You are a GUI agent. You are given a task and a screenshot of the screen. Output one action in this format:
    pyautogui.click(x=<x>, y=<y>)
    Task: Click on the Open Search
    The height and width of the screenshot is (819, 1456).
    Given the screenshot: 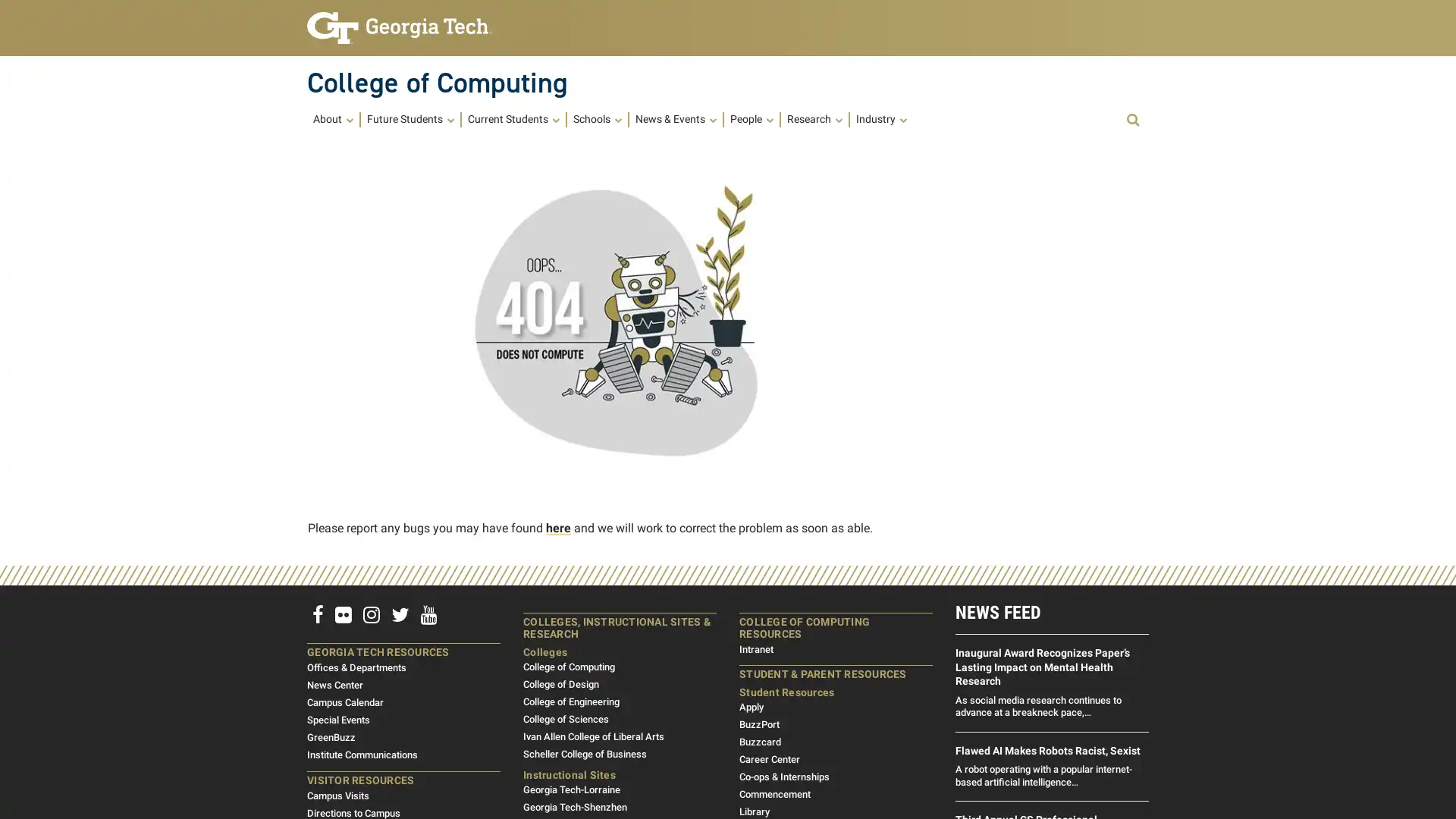 What is the action you would take?
    pyautogui.click(x=1132, y=119)
    